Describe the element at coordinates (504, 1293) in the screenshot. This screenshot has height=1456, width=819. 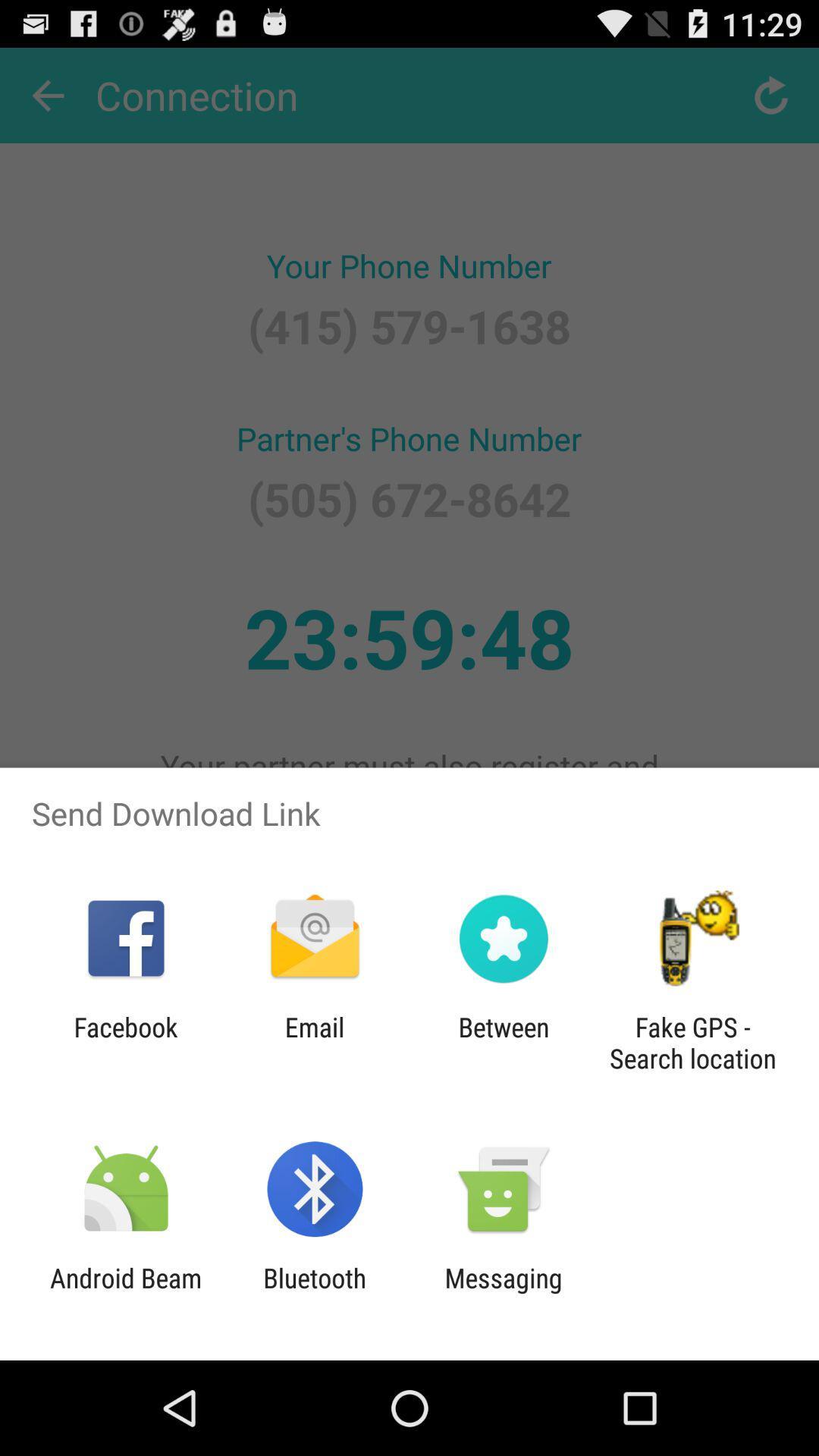
I see `the item next to the bluetooth` at that location.